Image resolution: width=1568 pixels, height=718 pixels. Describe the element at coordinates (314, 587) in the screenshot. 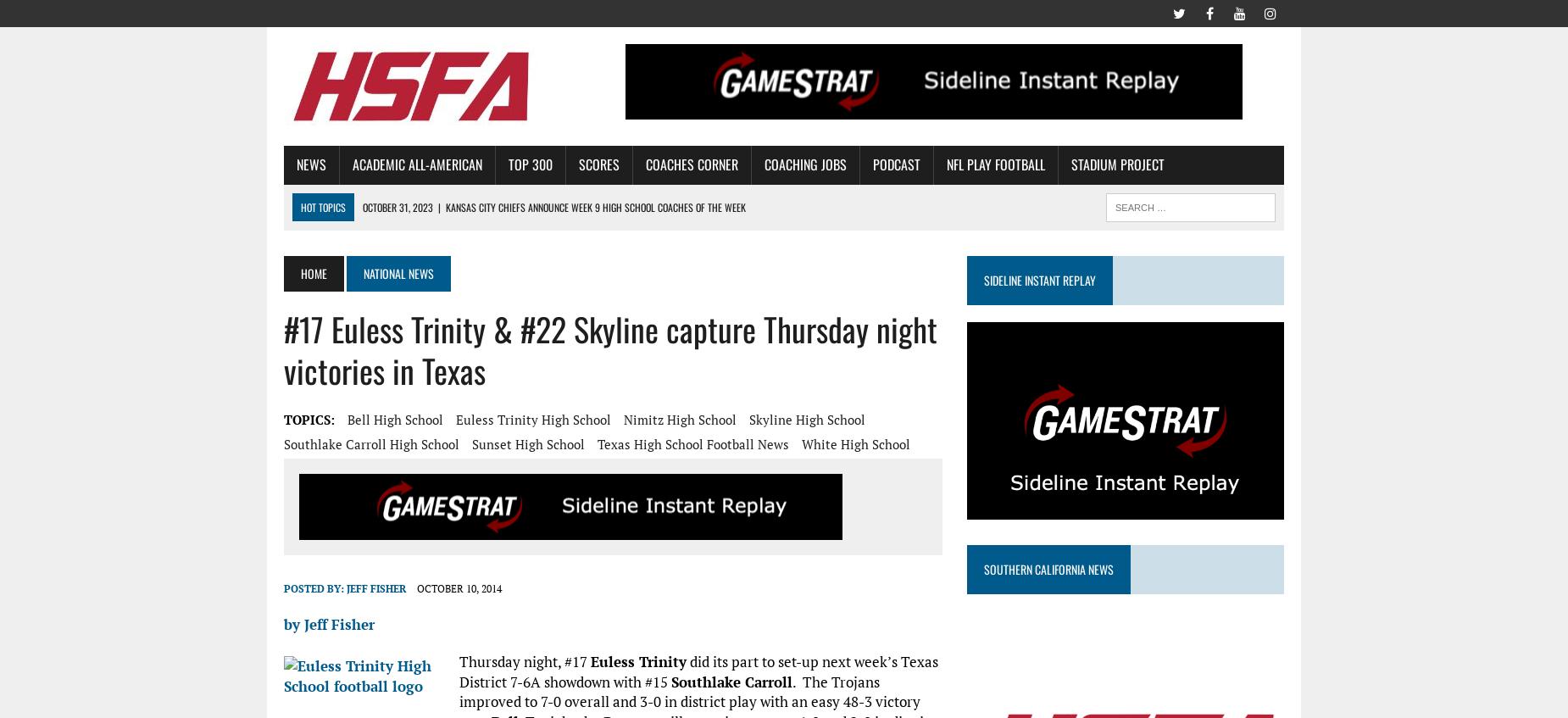

I see `'Posted By:'` at that location.